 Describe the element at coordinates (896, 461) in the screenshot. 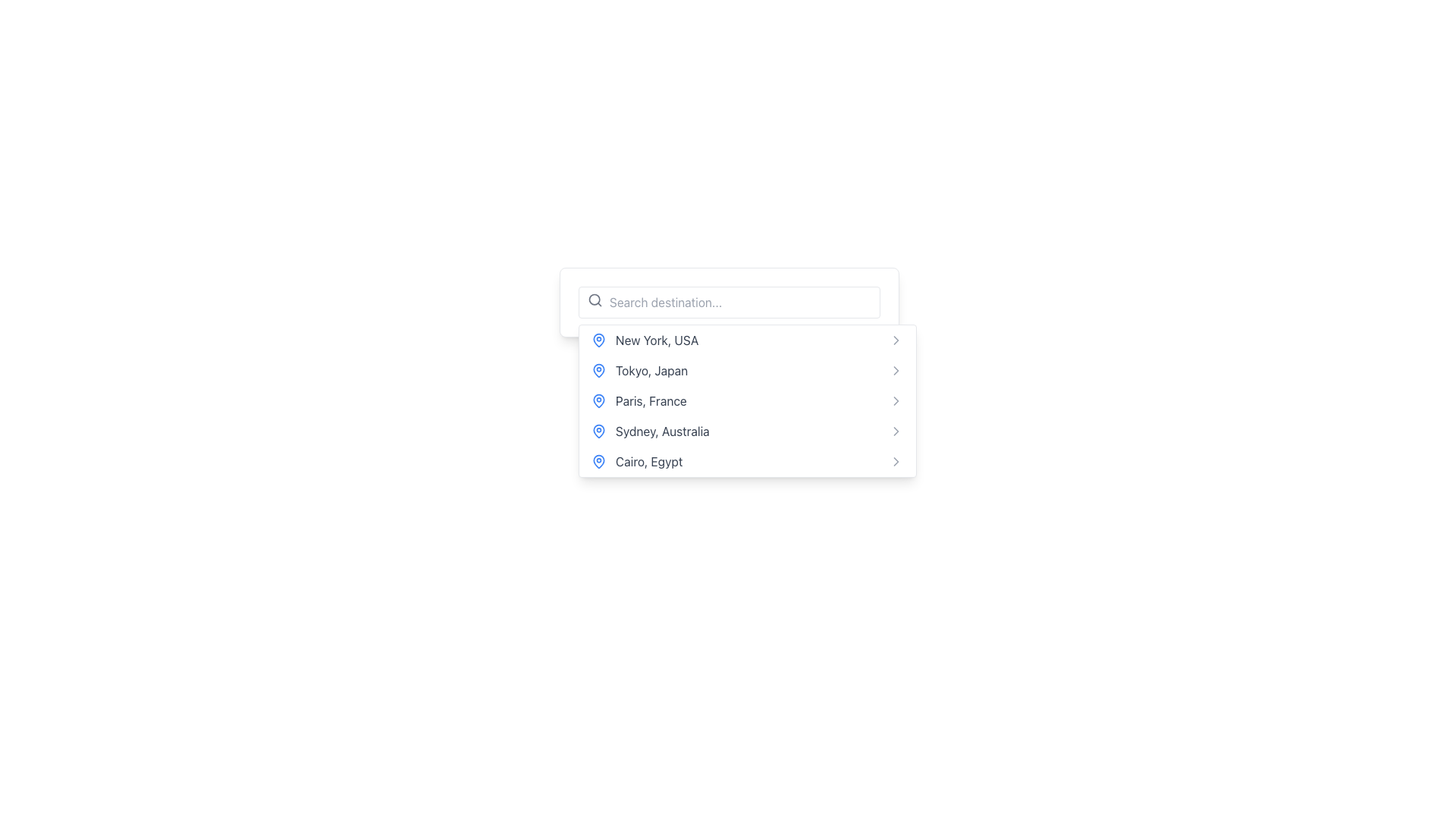

I see `the chevron icon located on the far right of the 'Cairo, Egypt' list item` at that location.